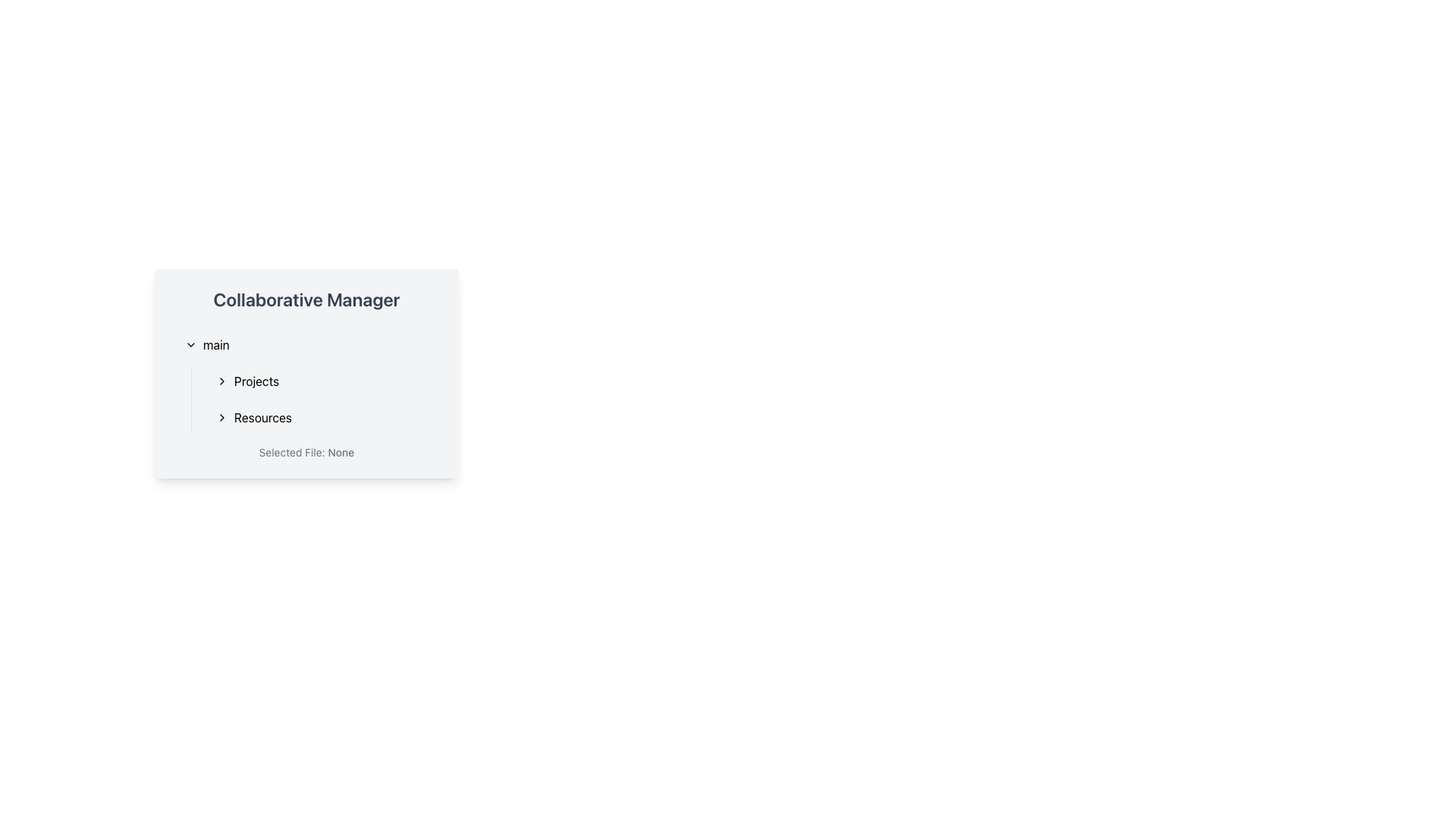  I want to click on the collapsible/expandable icon to the left of the 'Projects' text, so click(221, 380).